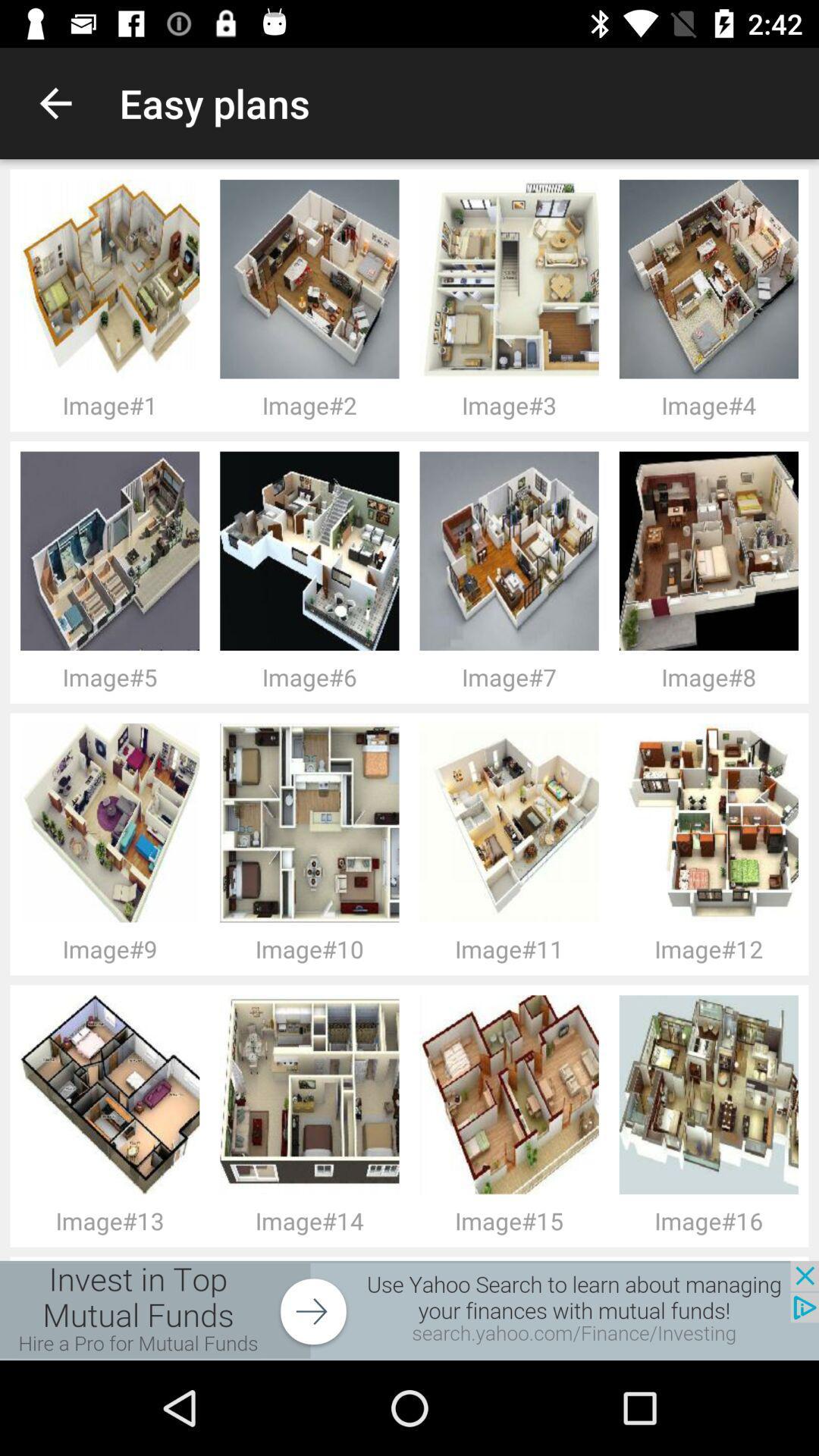 Image resolution: width=819 pixels, height=1456 pixels. Describe the element at coordinates (114, 279) in the screenshot. I see `the image above image 1` at that location.